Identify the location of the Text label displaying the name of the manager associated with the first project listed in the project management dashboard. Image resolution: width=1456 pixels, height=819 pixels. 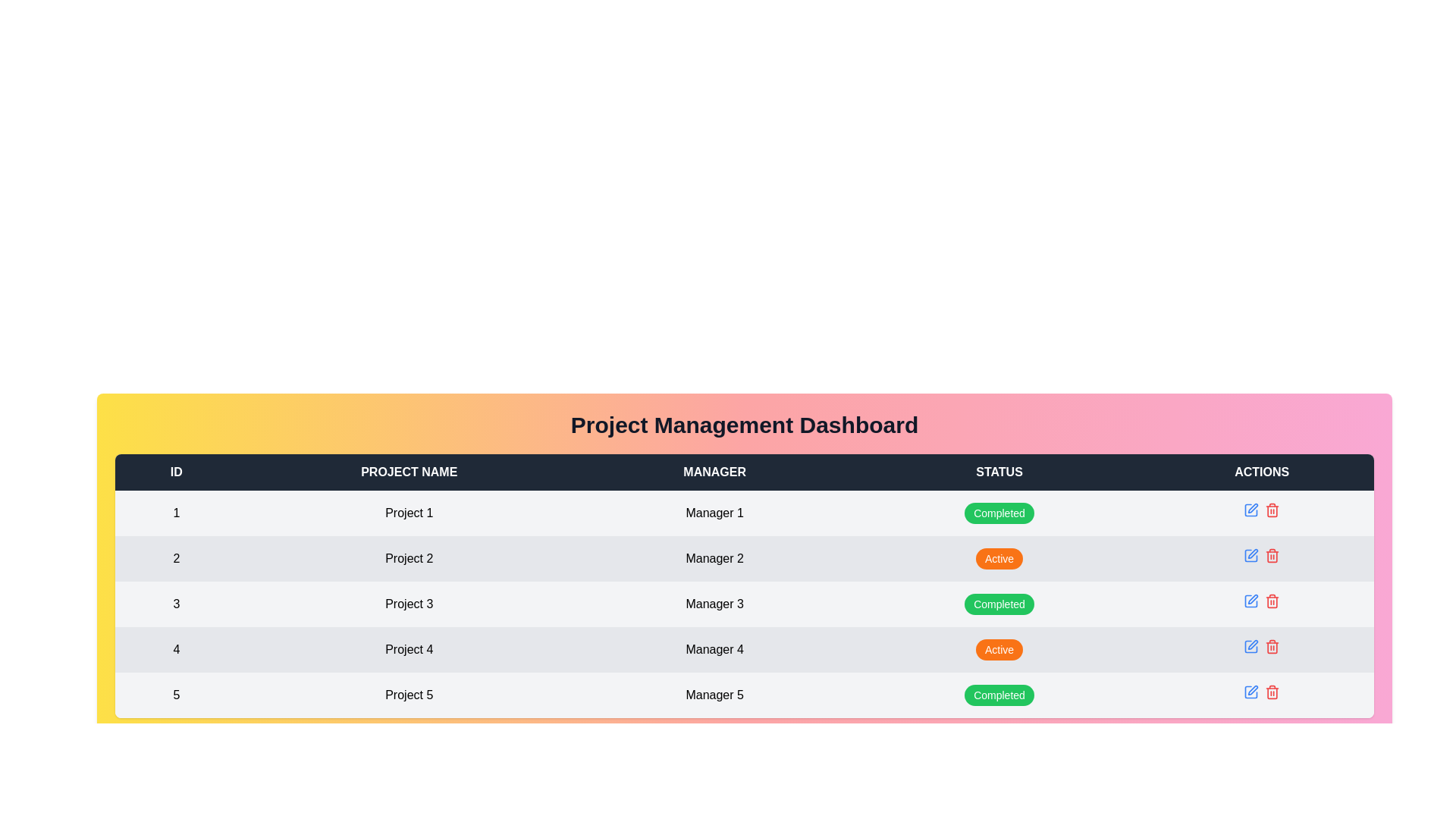
(714, 513).